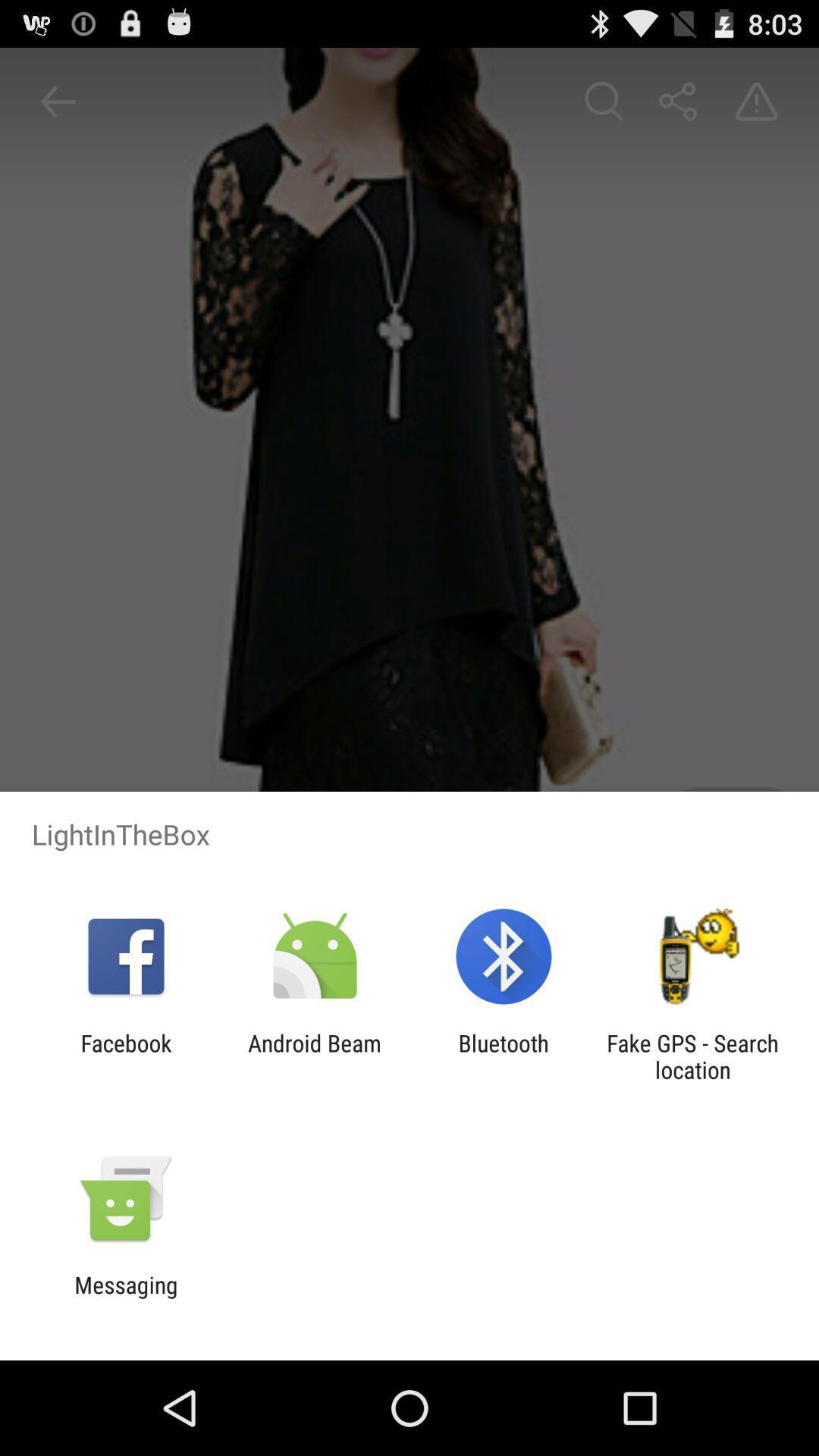 This screenshot has width=819, height=1456. Describe the element at coordinates (125, 1056) in the screenshot. I see `facebook app` at that location.